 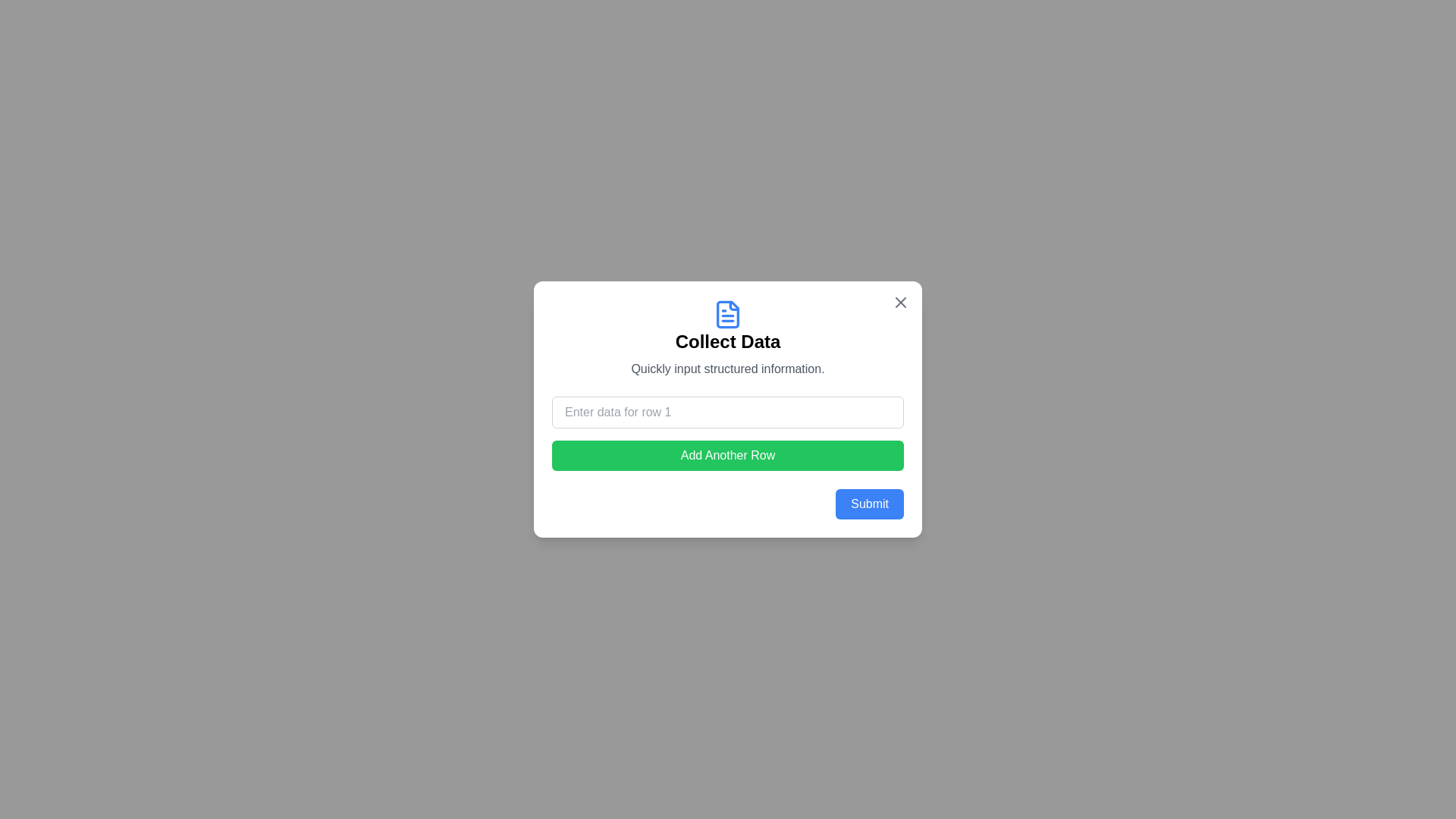 I want to click on the close button (X) to dismiss the dialog, so click(x=901, y=302).